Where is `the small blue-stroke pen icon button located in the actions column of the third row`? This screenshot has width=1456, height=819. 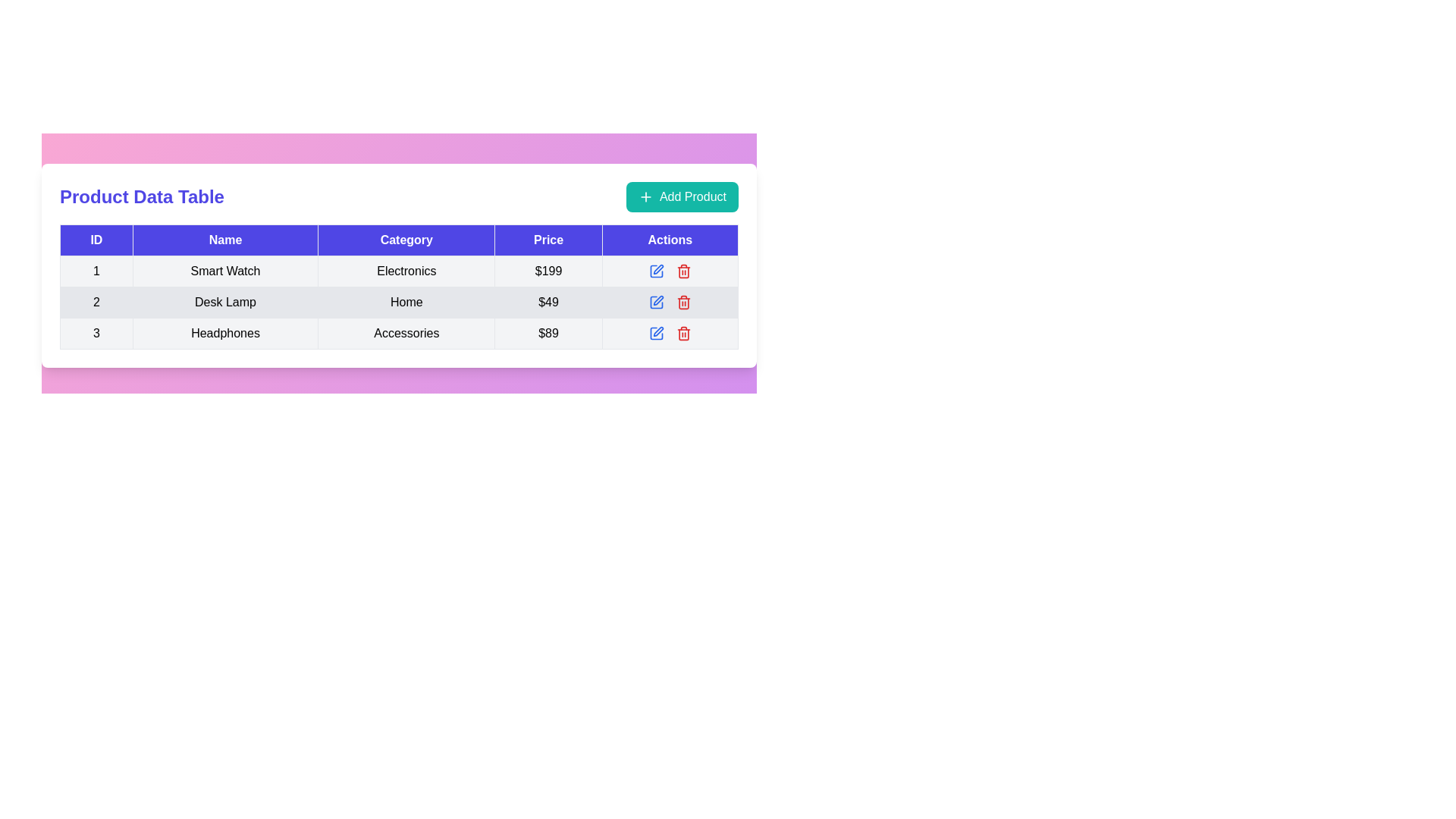
the small blue-stroke pen icon button located in the actions column of the third row is located at coordinates (658, 330).